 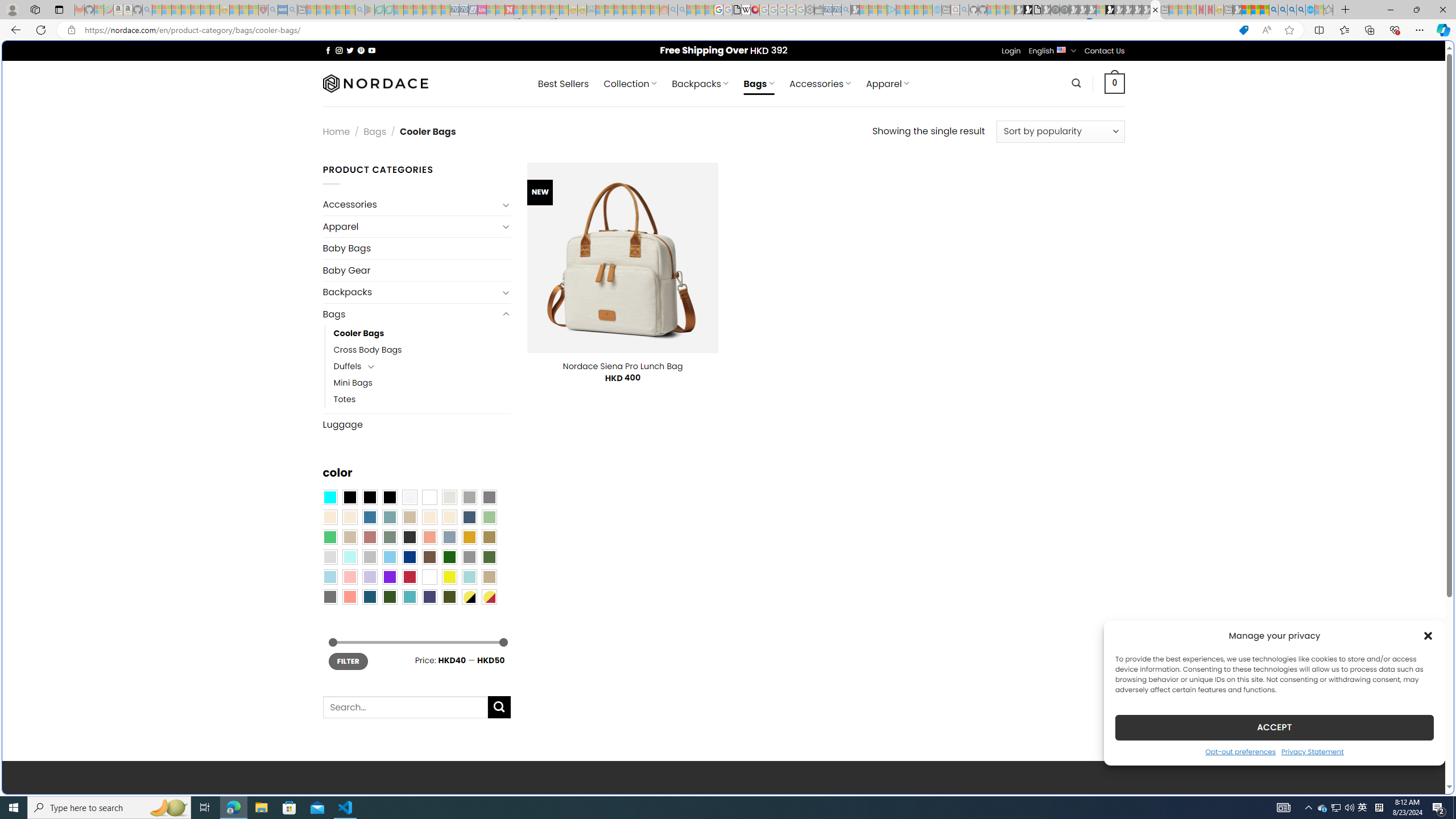 I want to click on 'Privacy Statement', so click(x=1312, y=751).